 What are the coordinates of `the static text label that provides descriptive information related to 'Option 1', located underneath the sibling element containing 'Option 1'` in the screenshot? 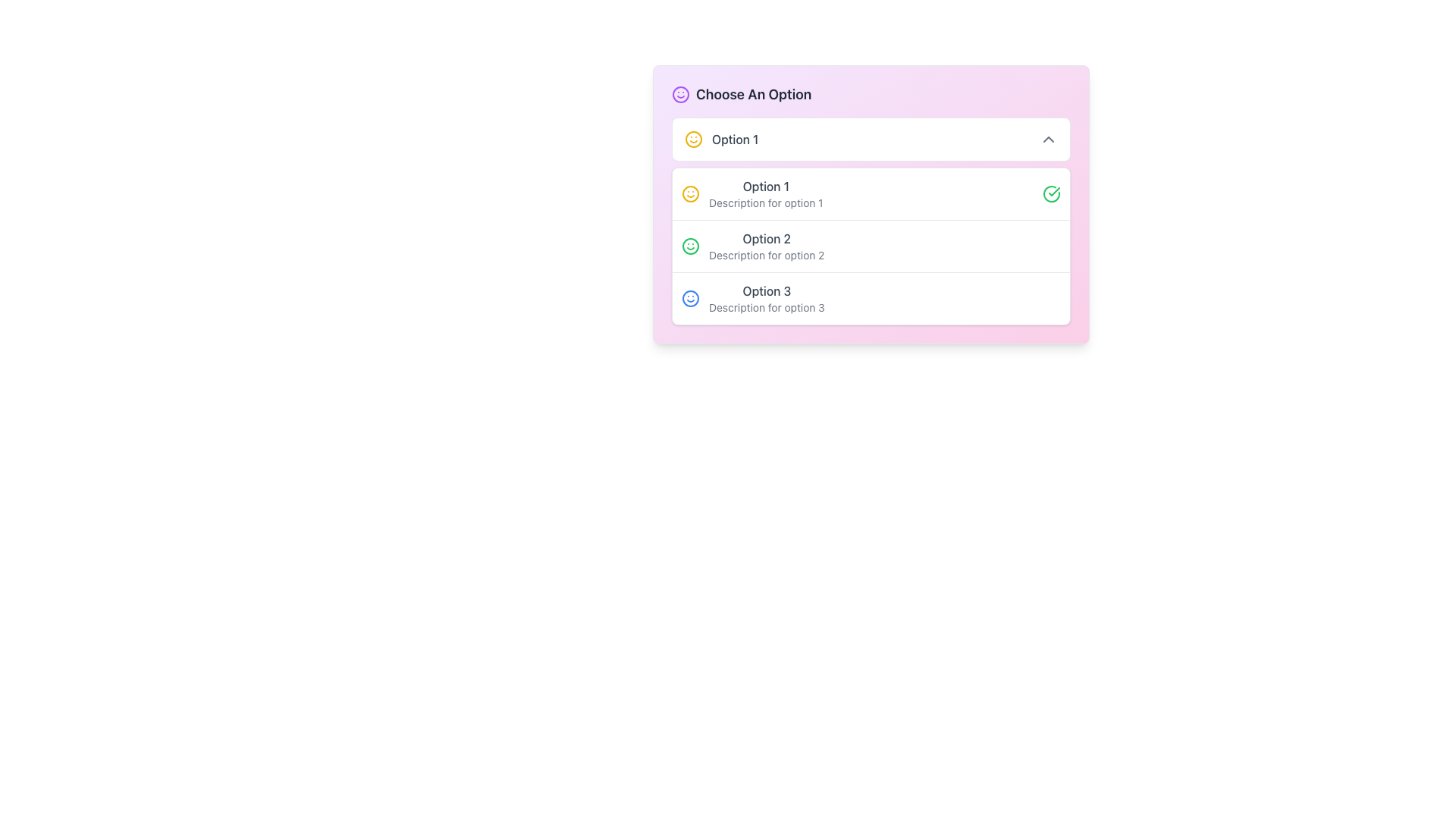 It's located at (766, 202).